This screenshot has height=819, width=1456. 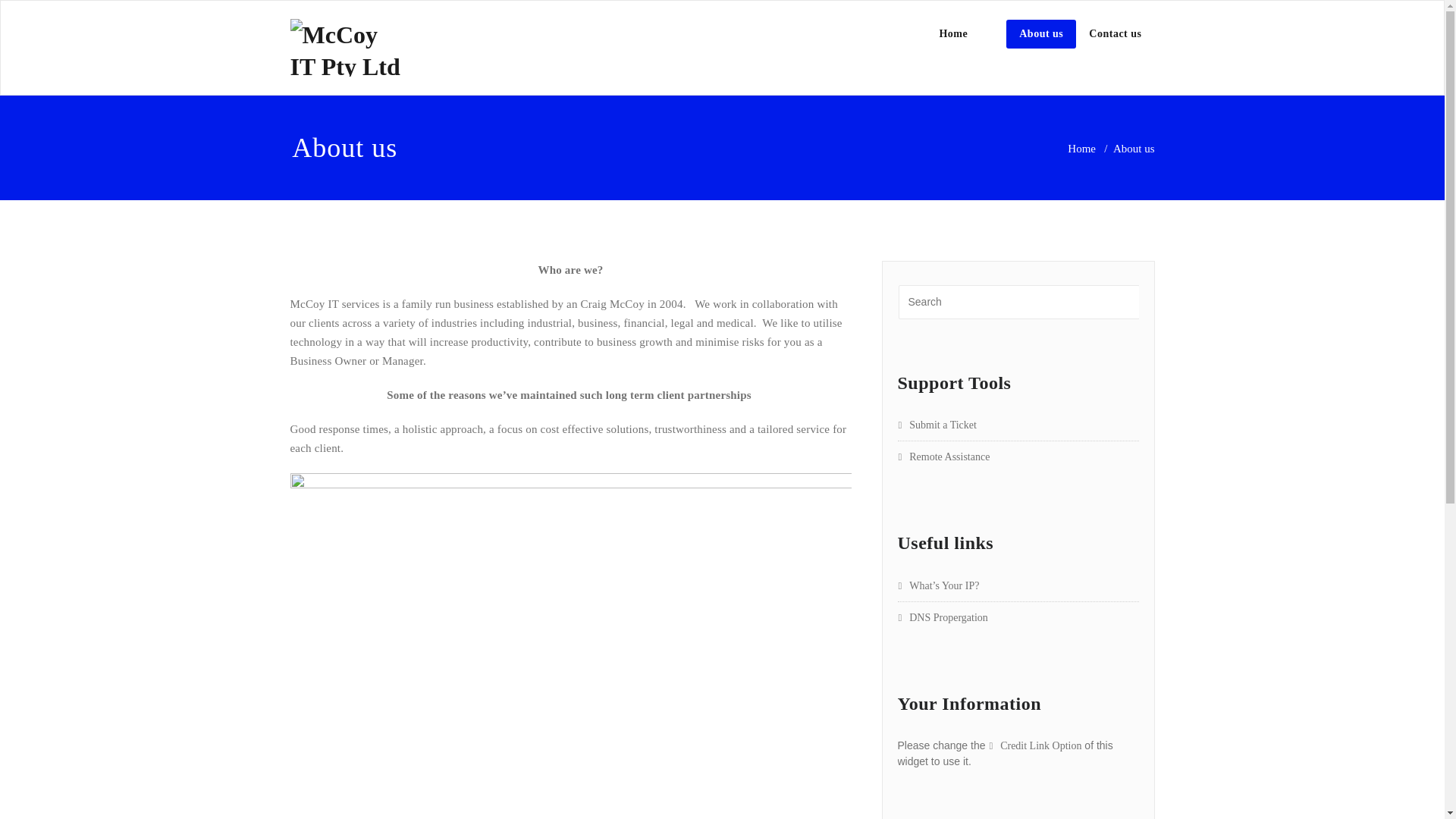 I want to click on 'Contact us', so click(x=1075, y=34).